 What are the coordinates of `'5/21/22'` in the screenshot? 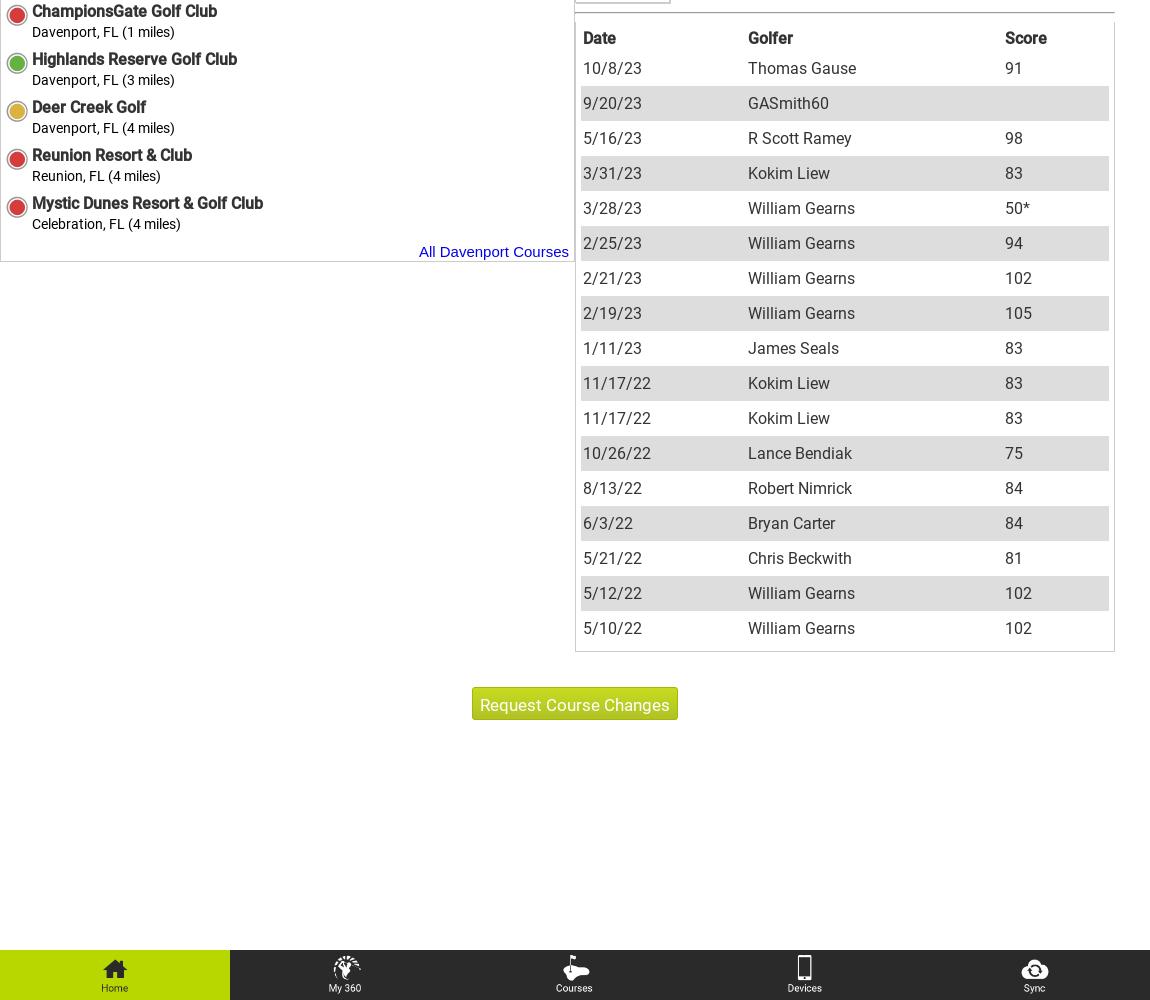 It's located at (582, 557).